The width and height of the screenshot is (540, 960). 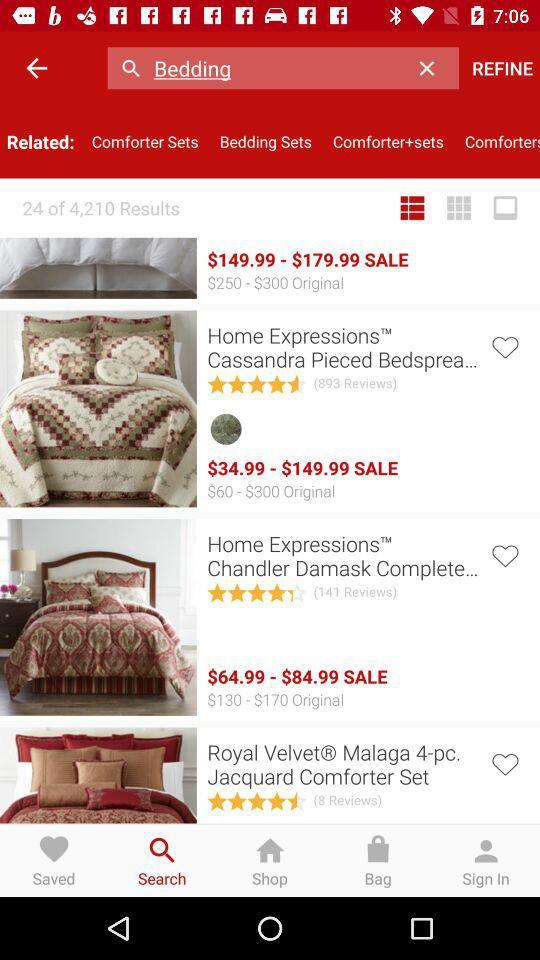 I want to click on this item, so click(x=503, y=345).